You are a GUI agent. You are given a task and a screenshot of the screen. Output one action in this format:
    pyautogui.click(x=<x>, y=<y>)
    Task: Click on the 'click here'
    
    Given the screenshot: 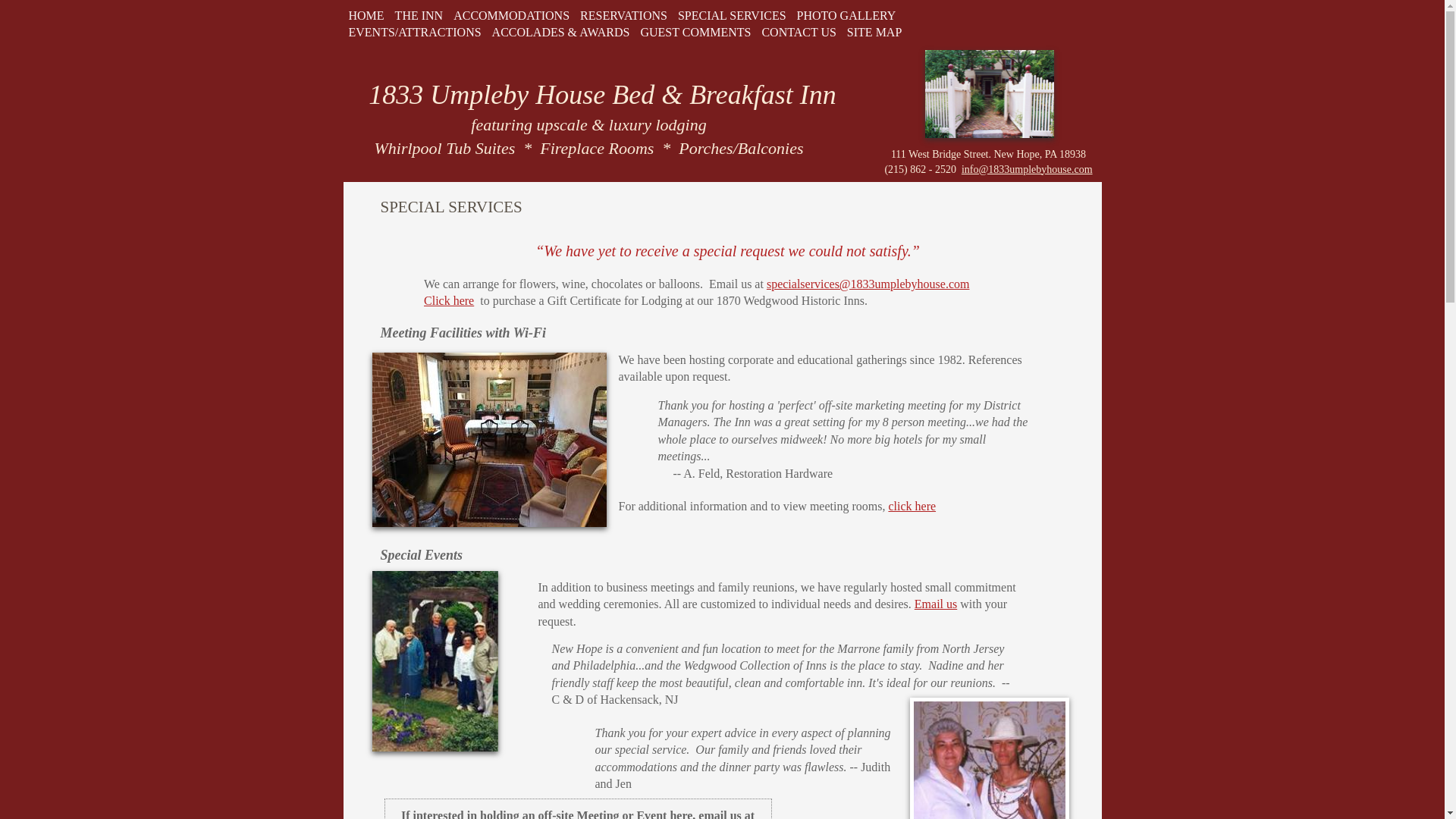 What is the action you would take?
    pyautogui.click(x=888, y=506)
    